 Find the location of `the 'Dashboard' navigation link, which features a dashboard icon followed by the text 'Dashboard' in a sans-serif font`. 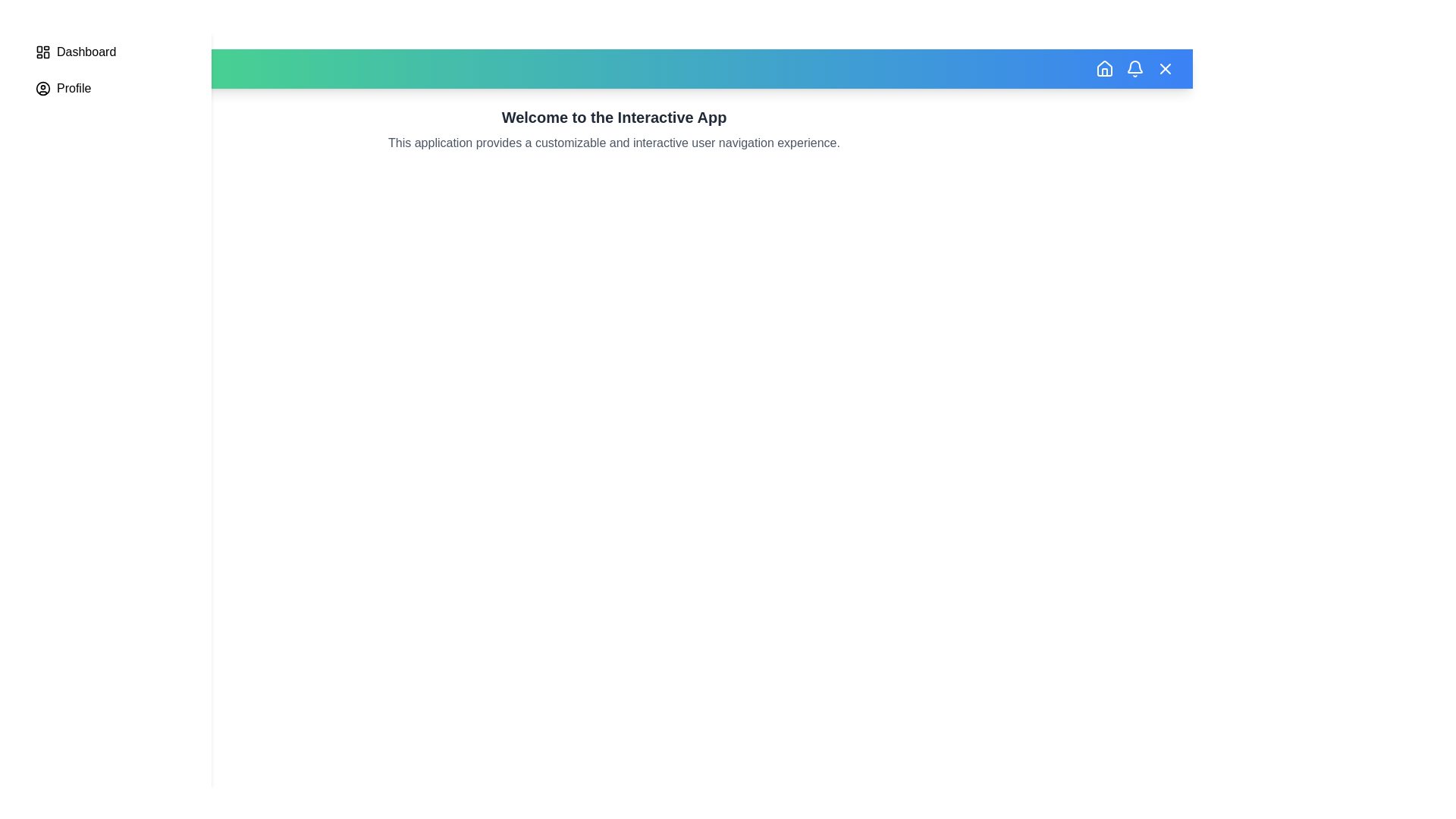

the 'Dashboard' navigation link, which features a dashboard icon followed by the text 'Dashboard' in a sans-serif font is located at coordinates (113, 52).